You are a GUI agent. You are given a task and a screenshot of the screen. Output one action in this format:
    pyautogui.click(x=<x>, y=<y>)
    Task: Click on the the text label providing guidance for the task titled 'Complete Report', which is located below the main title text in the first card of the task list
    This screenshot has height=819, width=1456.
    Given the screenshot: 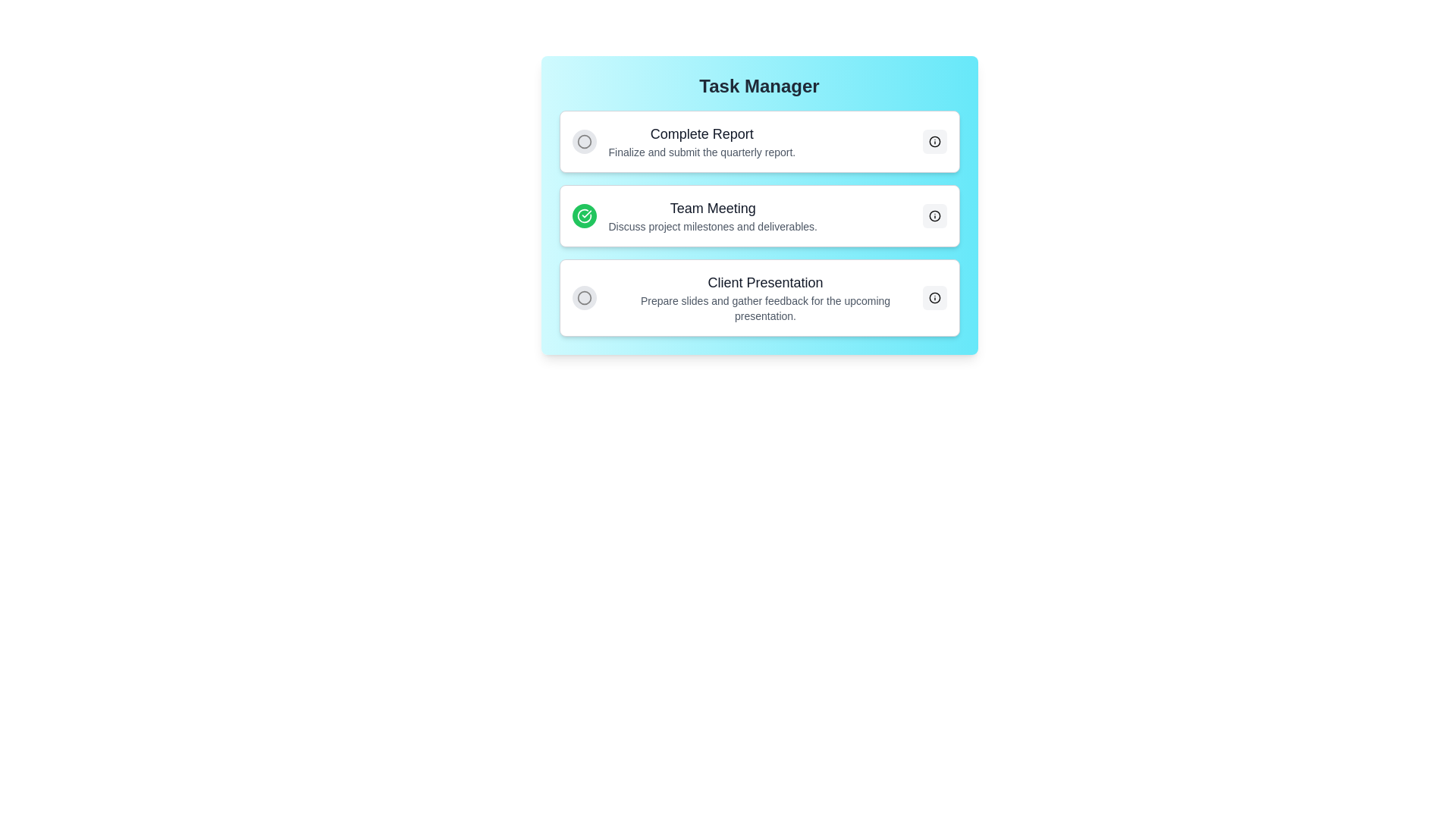 What is the action you would take?
    pyautogui.click(x=701, y=152)
    